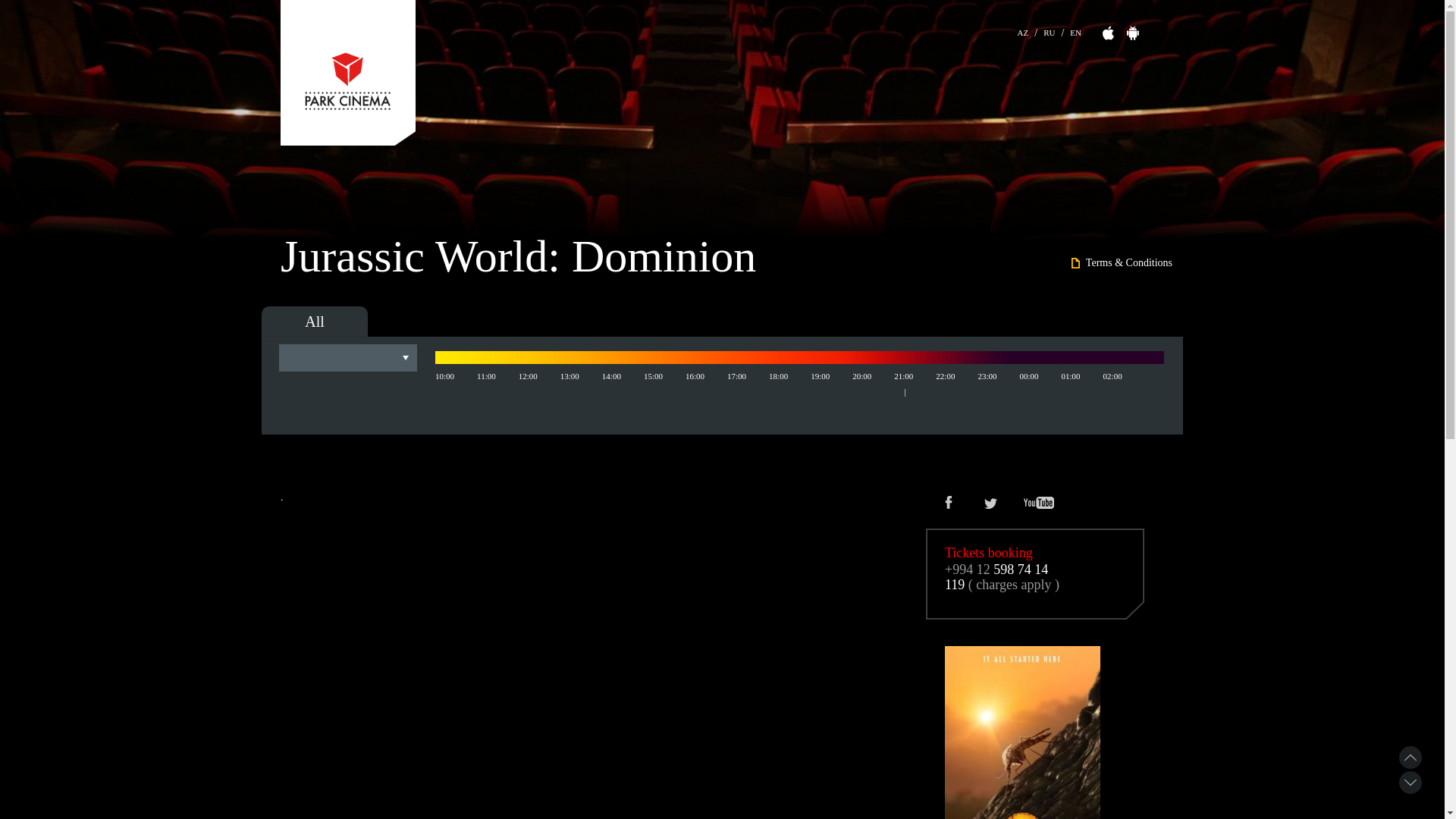  I want to click on 'EN', so click(1075, 30).